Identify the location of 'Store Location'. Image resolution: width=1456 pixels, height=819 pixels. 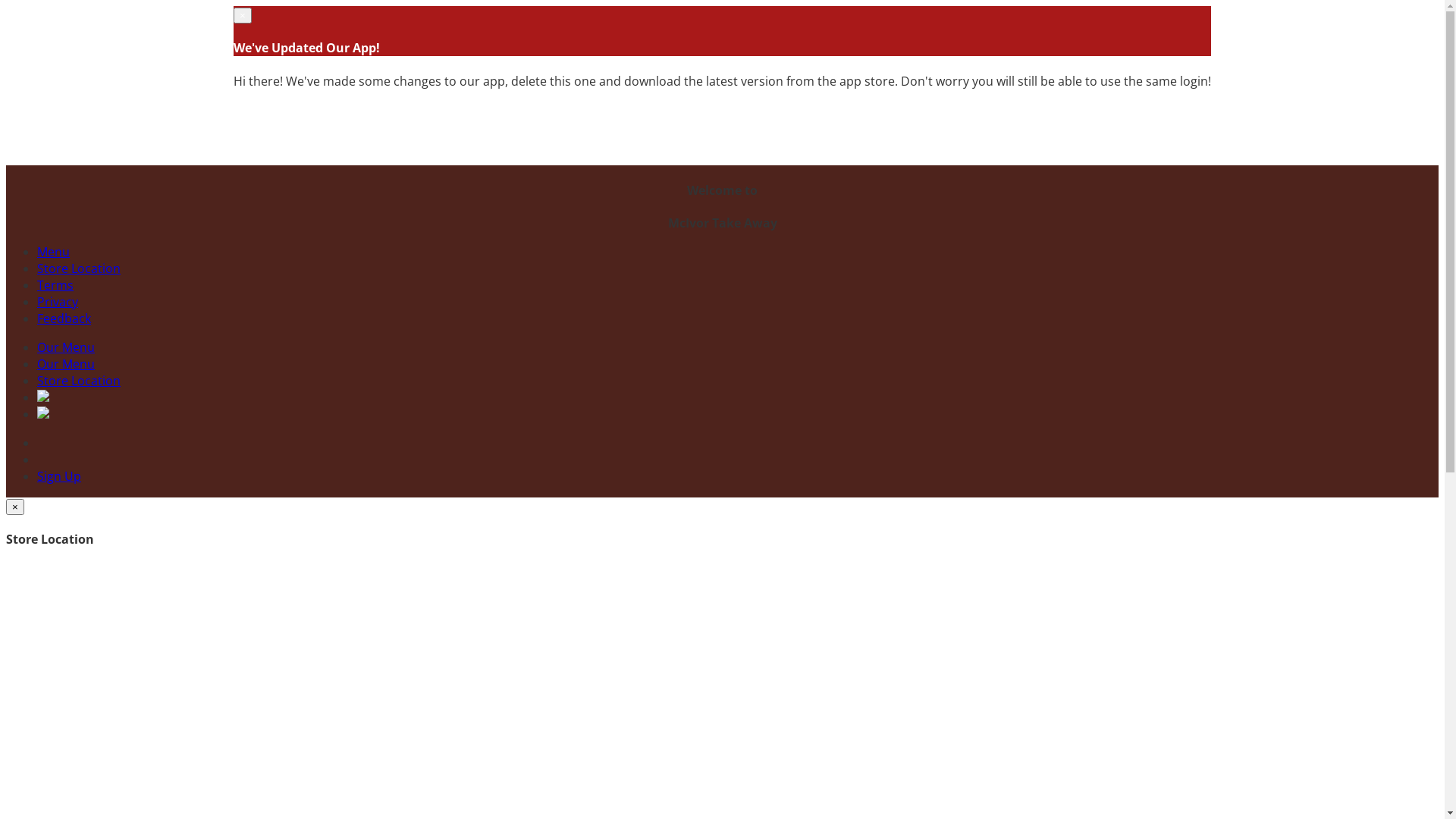
(78, 379).